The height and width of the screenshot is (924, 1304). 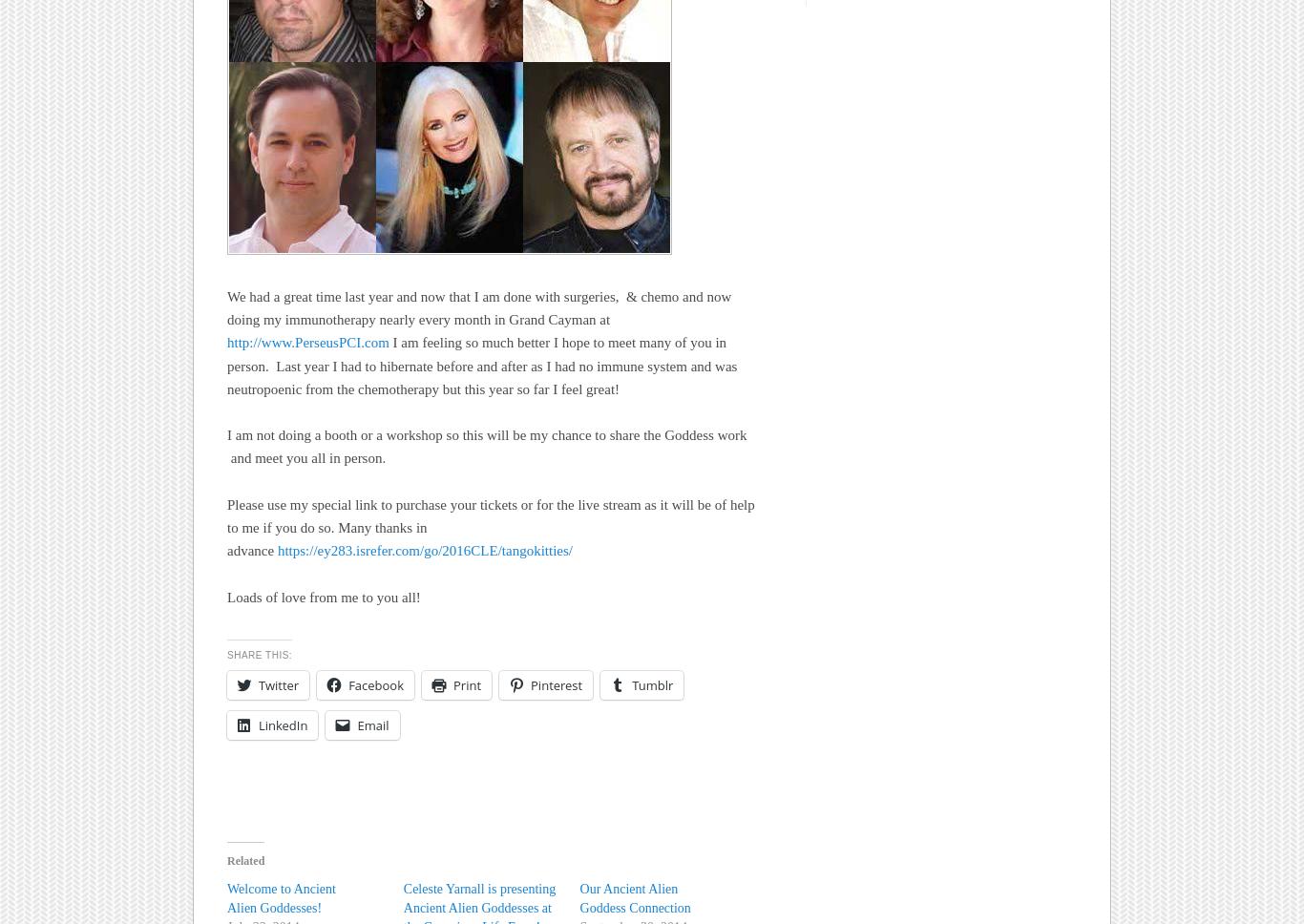 I want to click on 'Share this:', so click(x=259, y=654).